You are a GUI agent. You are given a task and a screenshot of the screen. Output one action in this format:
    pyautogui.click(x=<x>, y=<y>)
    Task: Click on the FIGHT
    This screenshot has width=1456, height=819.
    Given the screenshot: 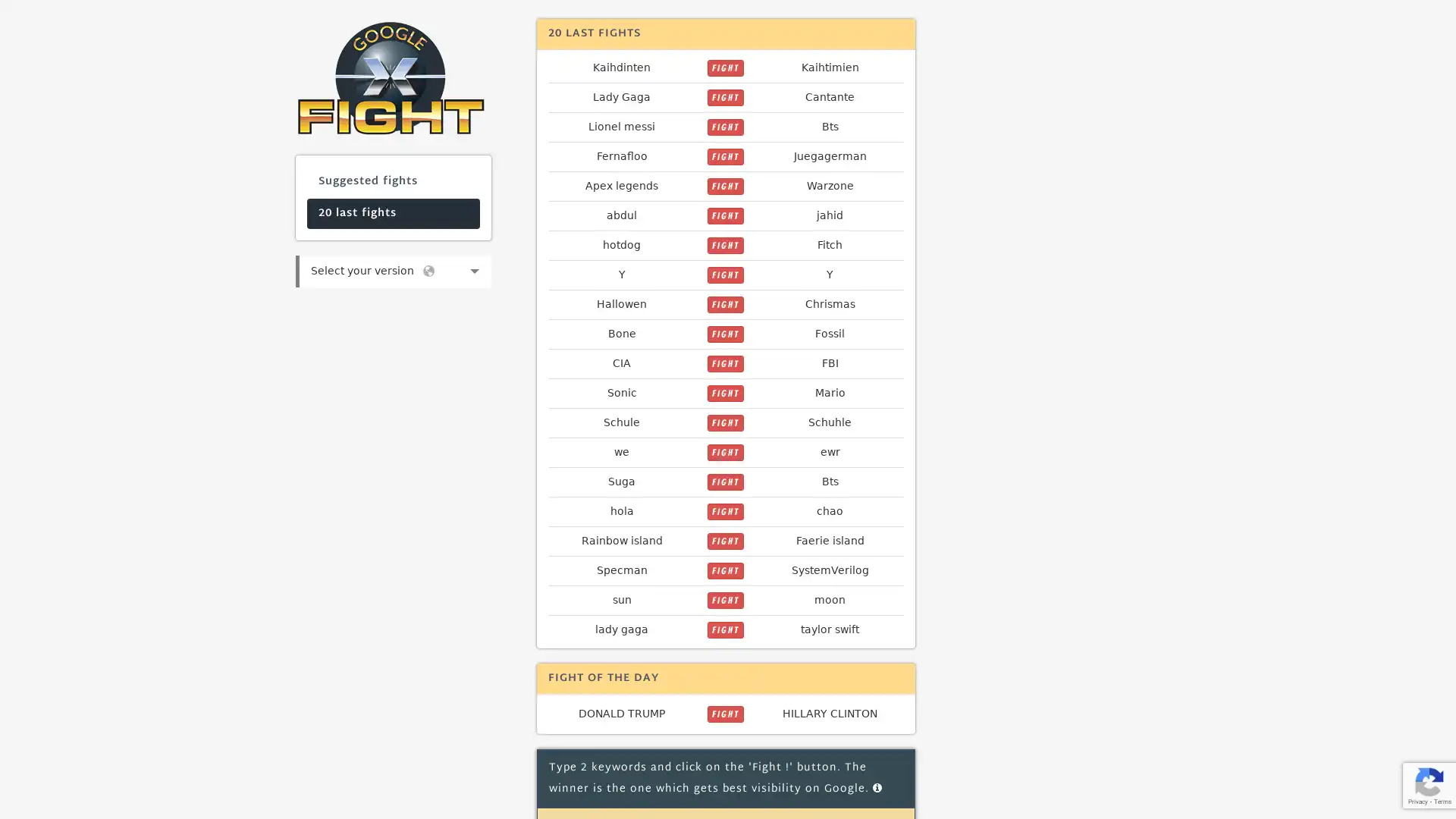 What is the action you would take?
    pyautogui.click(x=724, y=714)
    